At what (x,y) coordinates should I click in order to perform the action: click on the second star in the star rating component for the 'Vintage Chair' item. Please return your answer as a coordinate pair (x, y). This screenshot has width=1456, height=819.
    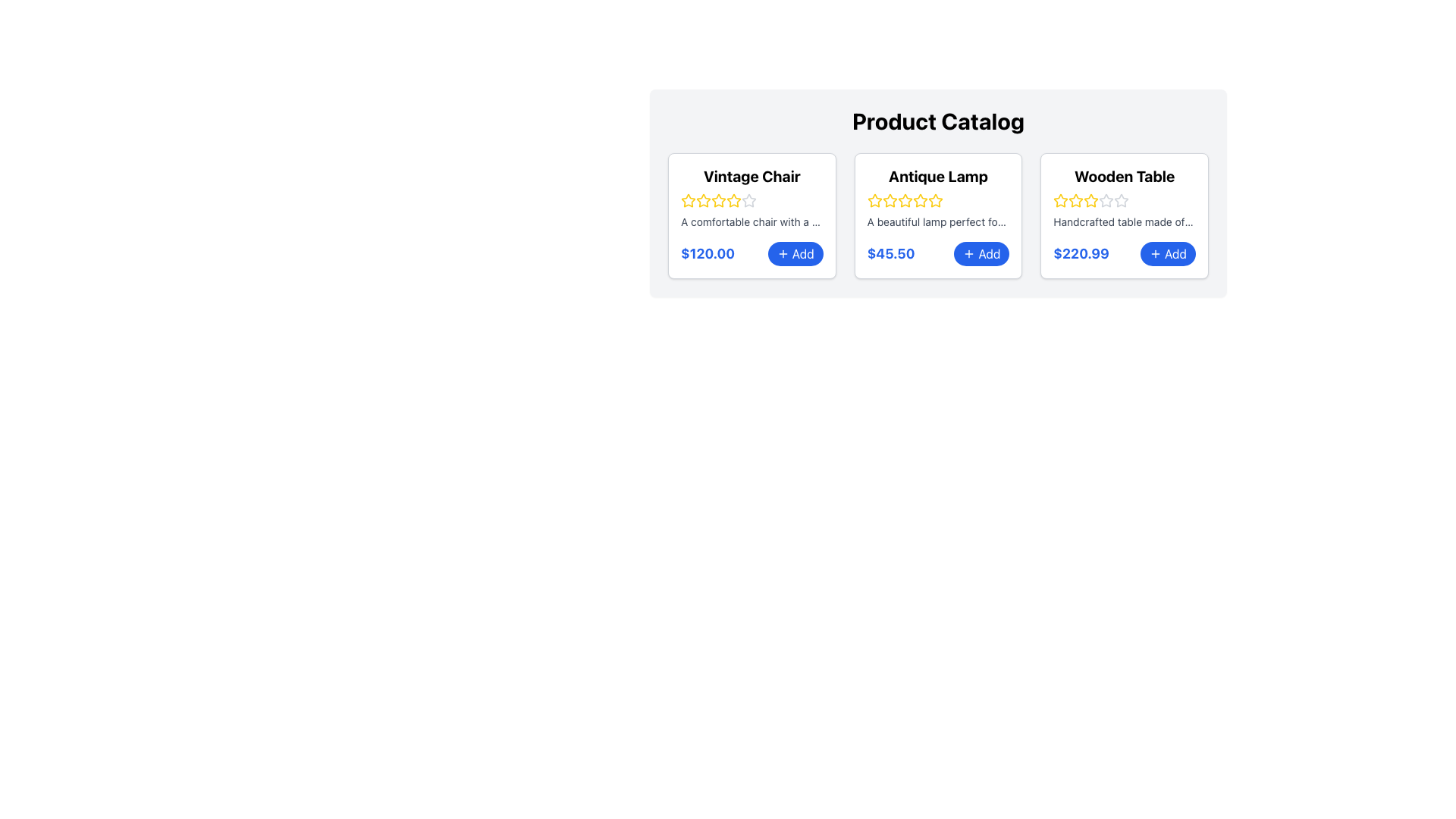
    Looking at the image, I should click on (718, 199).